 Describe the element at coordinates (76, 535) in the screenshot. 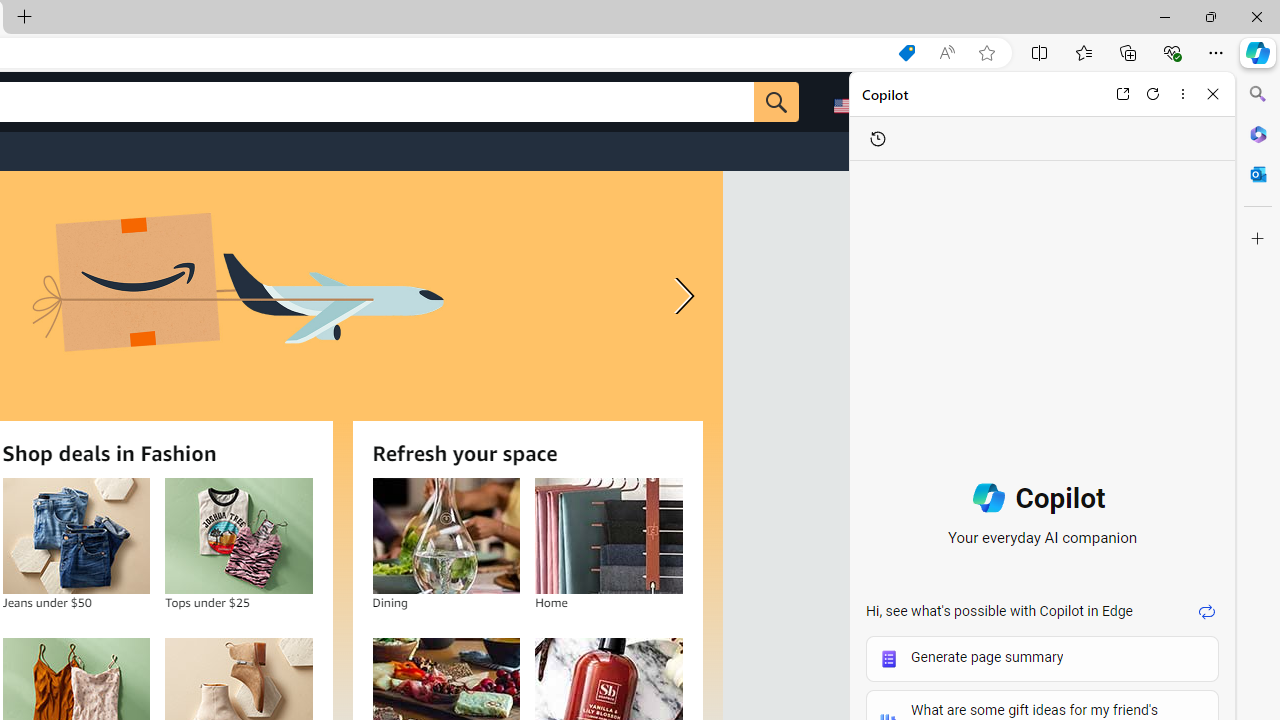

I see `'Jeans under $50'` at that location.